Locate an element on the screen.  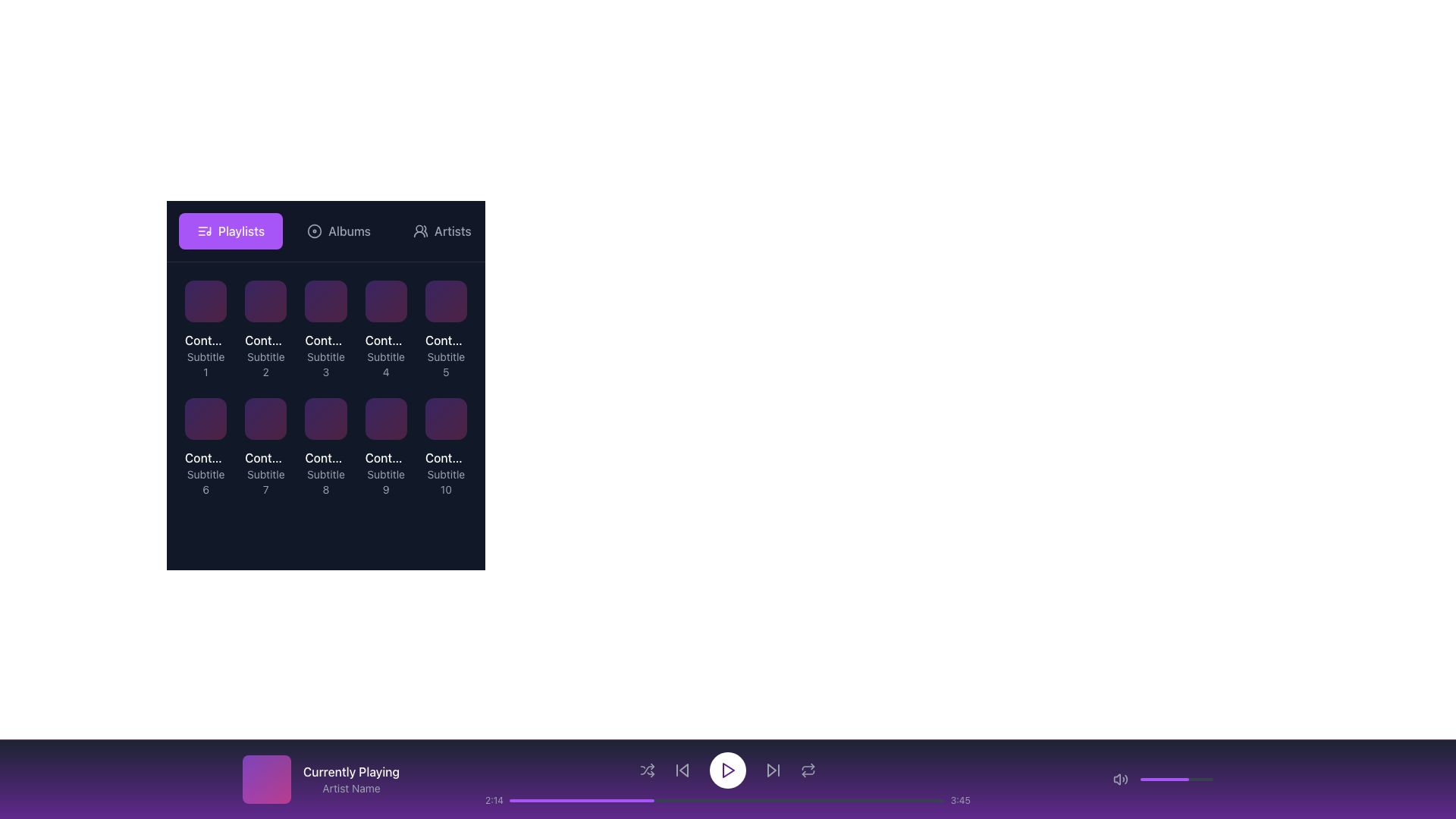
the 'Artists' button, which is a text label with gray text and a user group icon, located as the third item in the horizontal menu list is located at coordinates (441, 231).